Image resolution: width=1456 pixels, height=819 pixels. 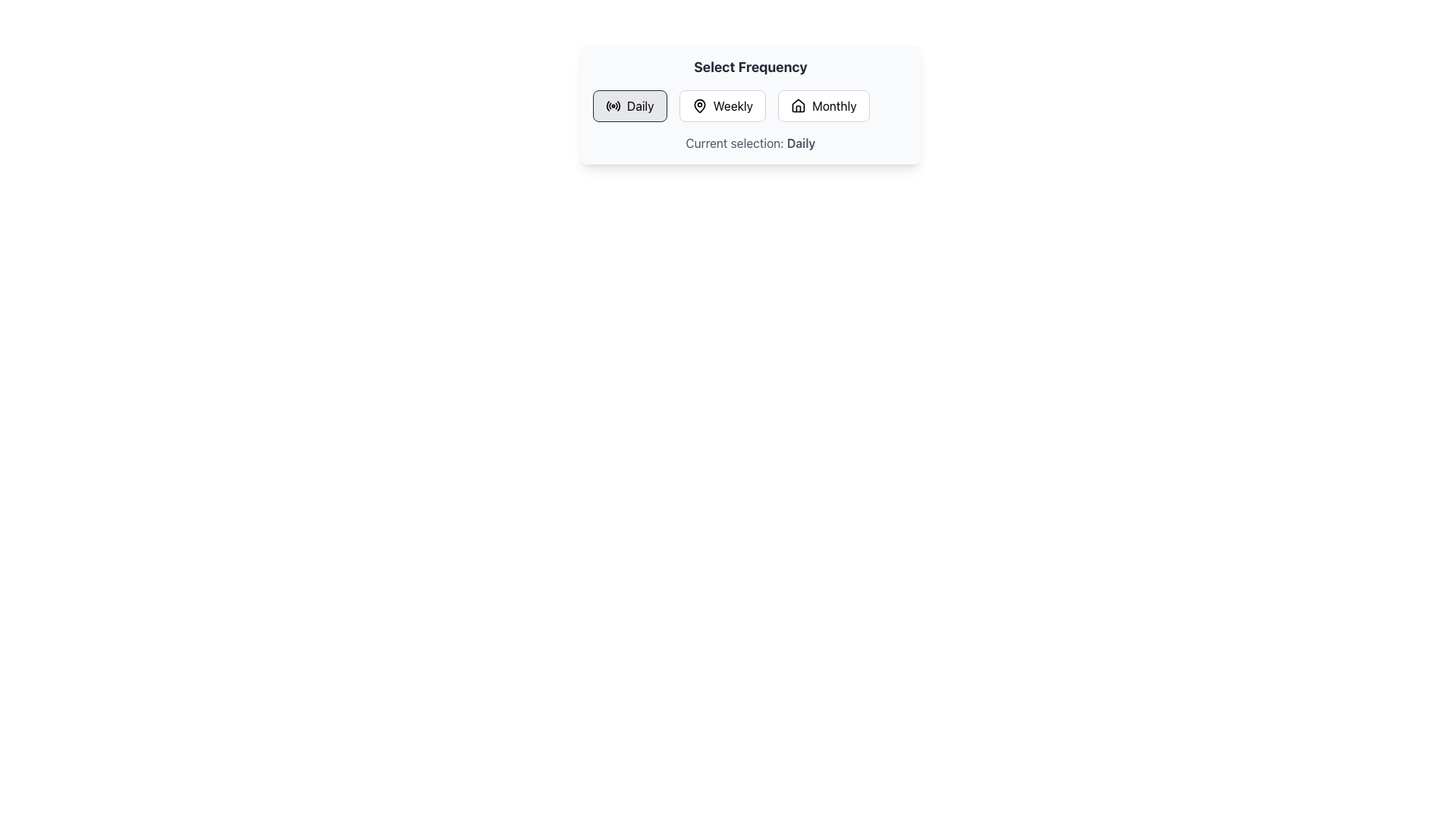 What do you see at coordinates (750, 104) in the screenshot?
I see `the 'Select Frequency' component` at bounding box center [750, 104].